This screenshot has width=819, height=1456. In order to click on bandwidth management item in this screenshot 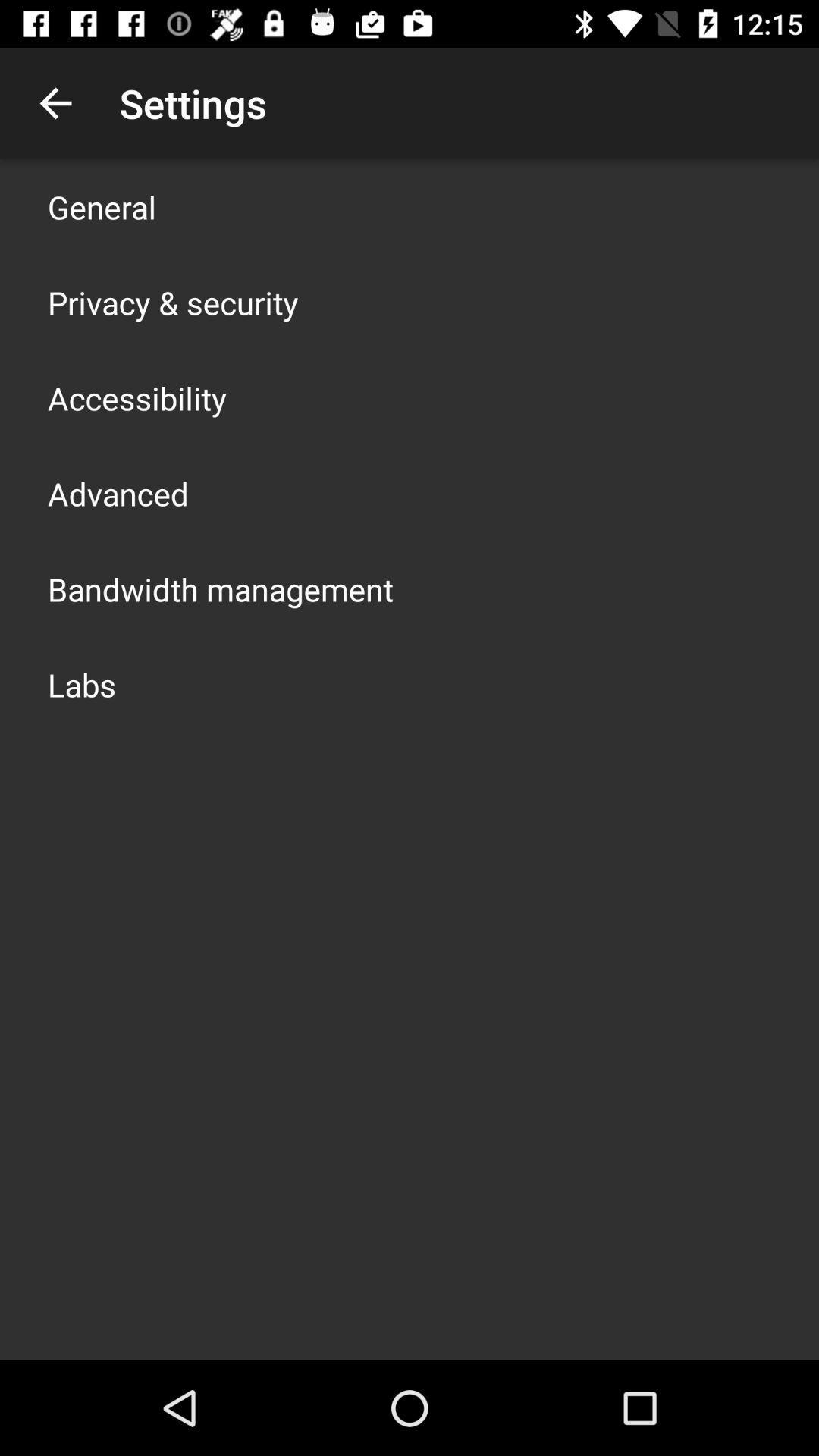, I will do `click(220, 588)`.